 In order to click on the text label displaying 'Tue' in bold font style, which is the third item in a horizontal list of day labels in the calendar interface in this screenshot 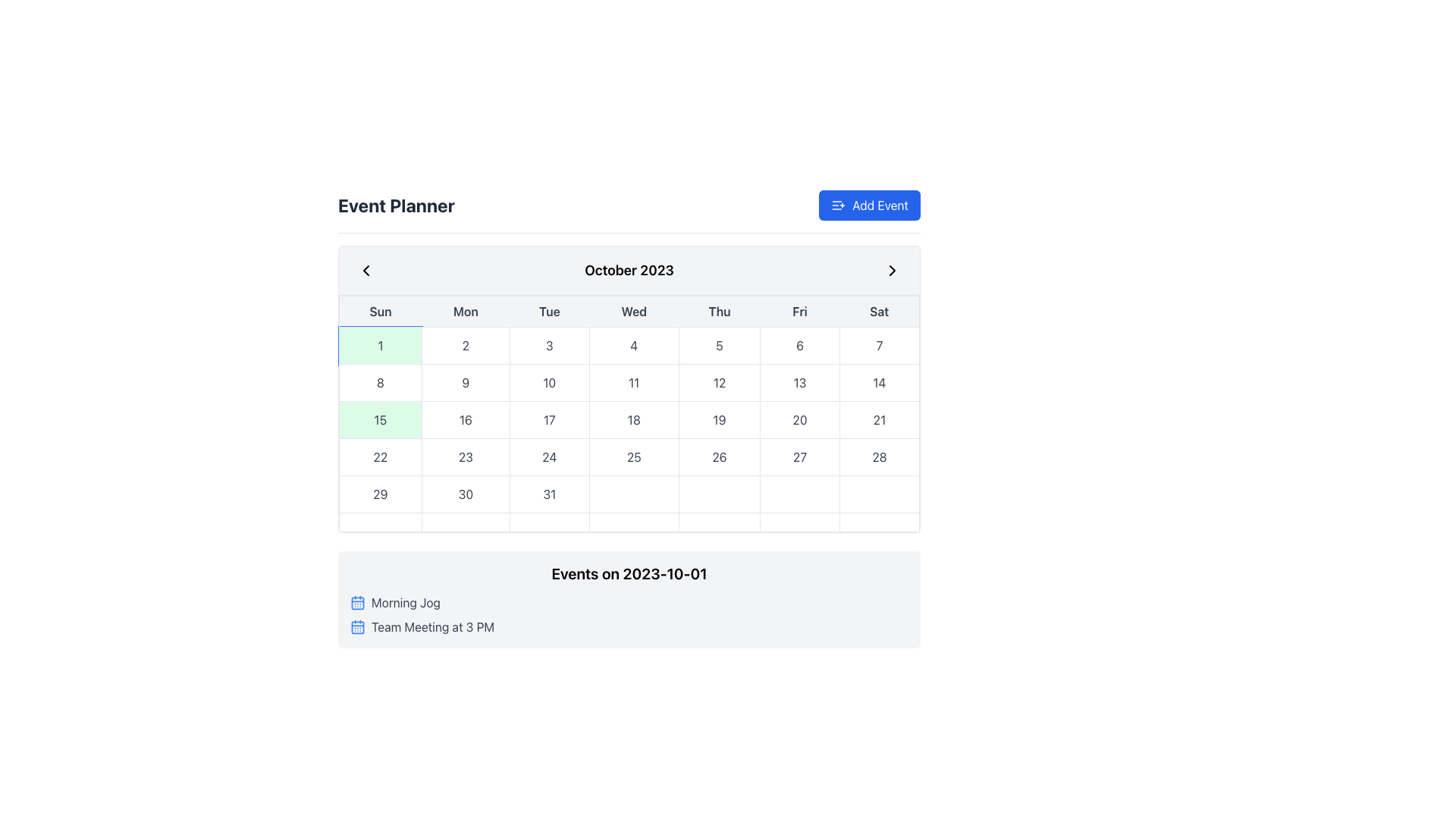, I will do `click(548, 311)`.